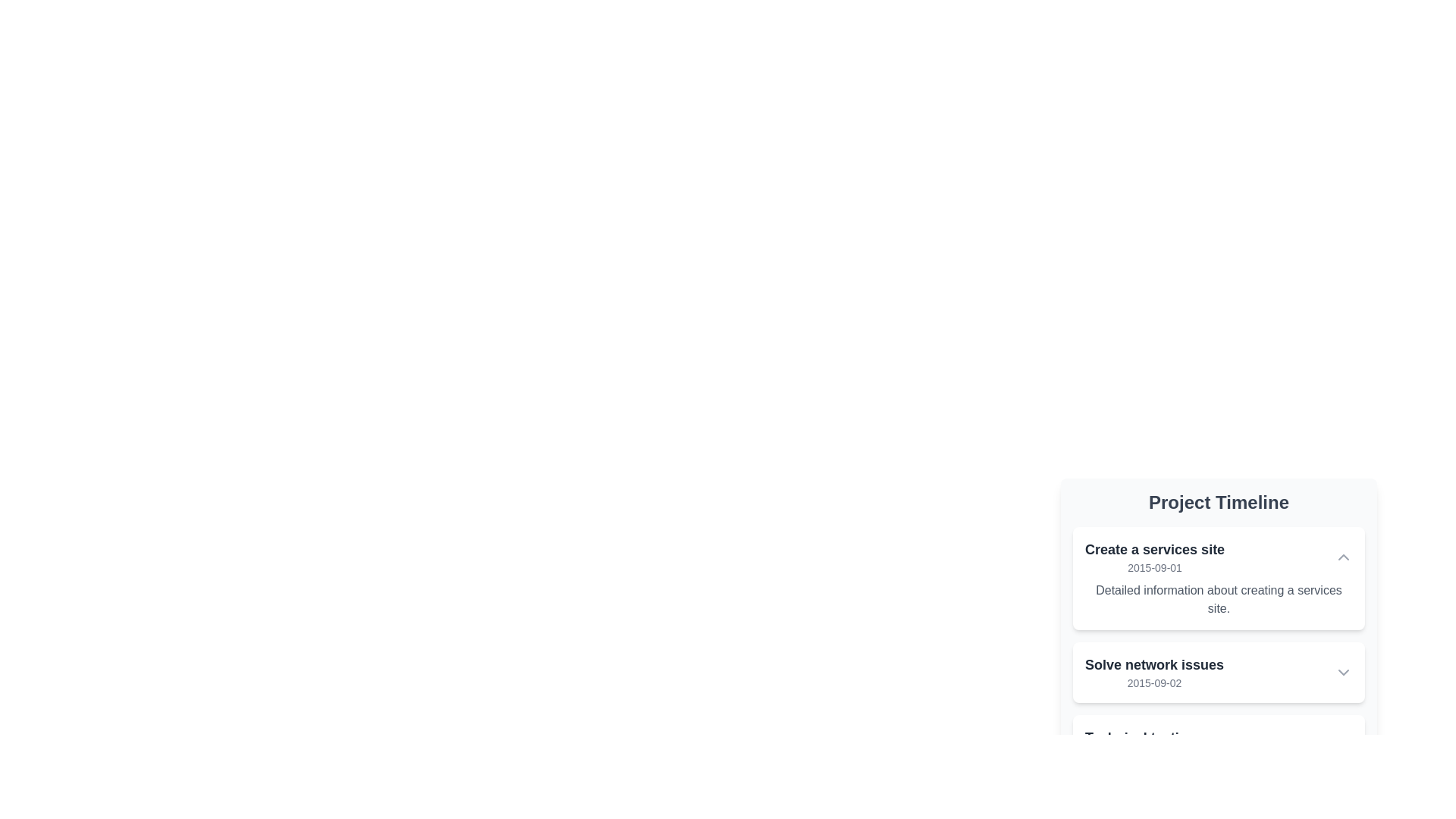 The height and width of the screenshot is (819, 1456). What do you see at coordinates (1219, 672) in the screenshot?
I see `the text block titled 'Solve network issues' with the due date '2015-09-02' to emphasize it, located in the second card of the Project Timeline list` at bounding box center [1219, 672].